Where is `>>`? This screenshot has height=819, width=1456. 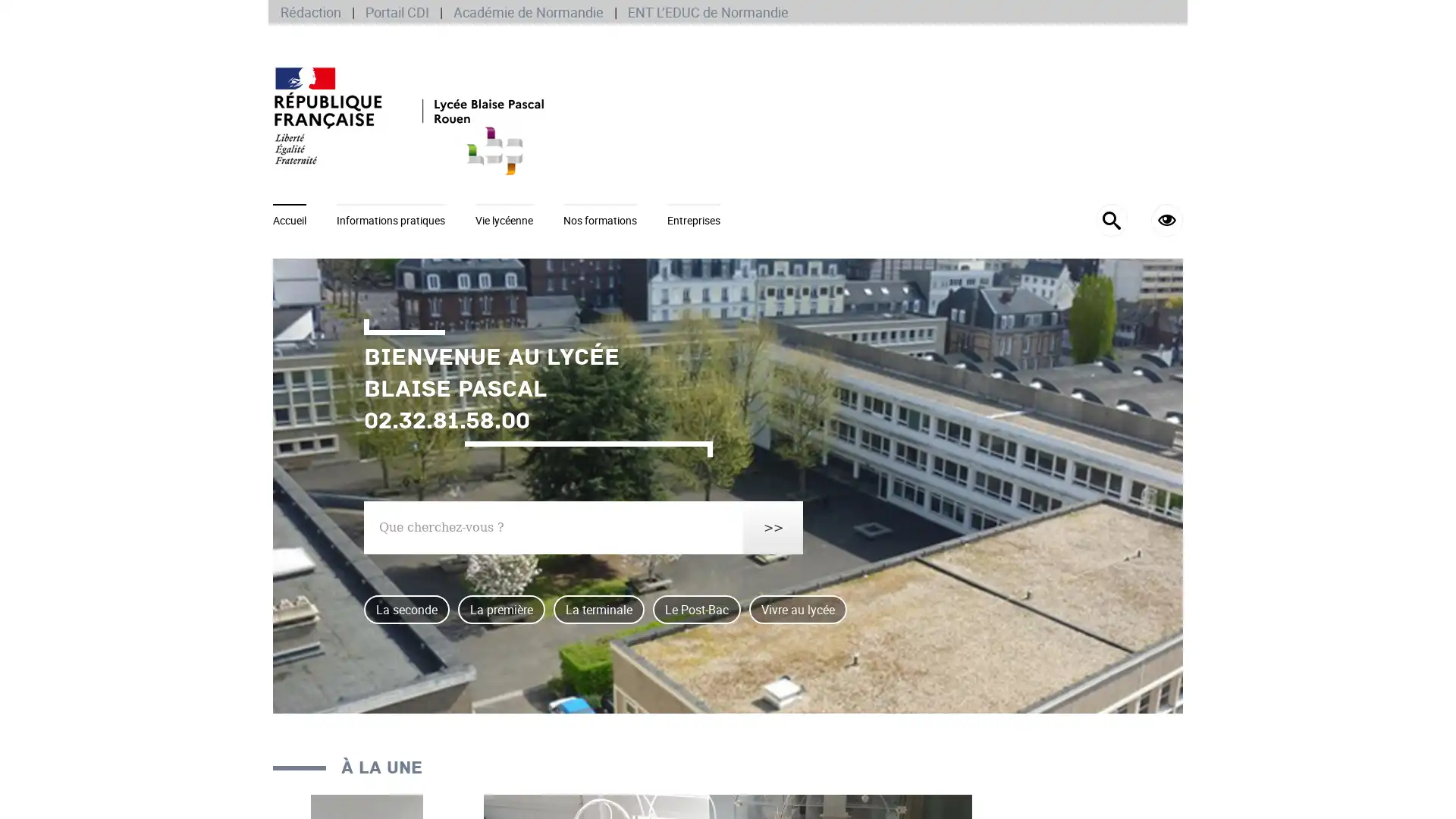
>> is located at coordinates (772, 526).